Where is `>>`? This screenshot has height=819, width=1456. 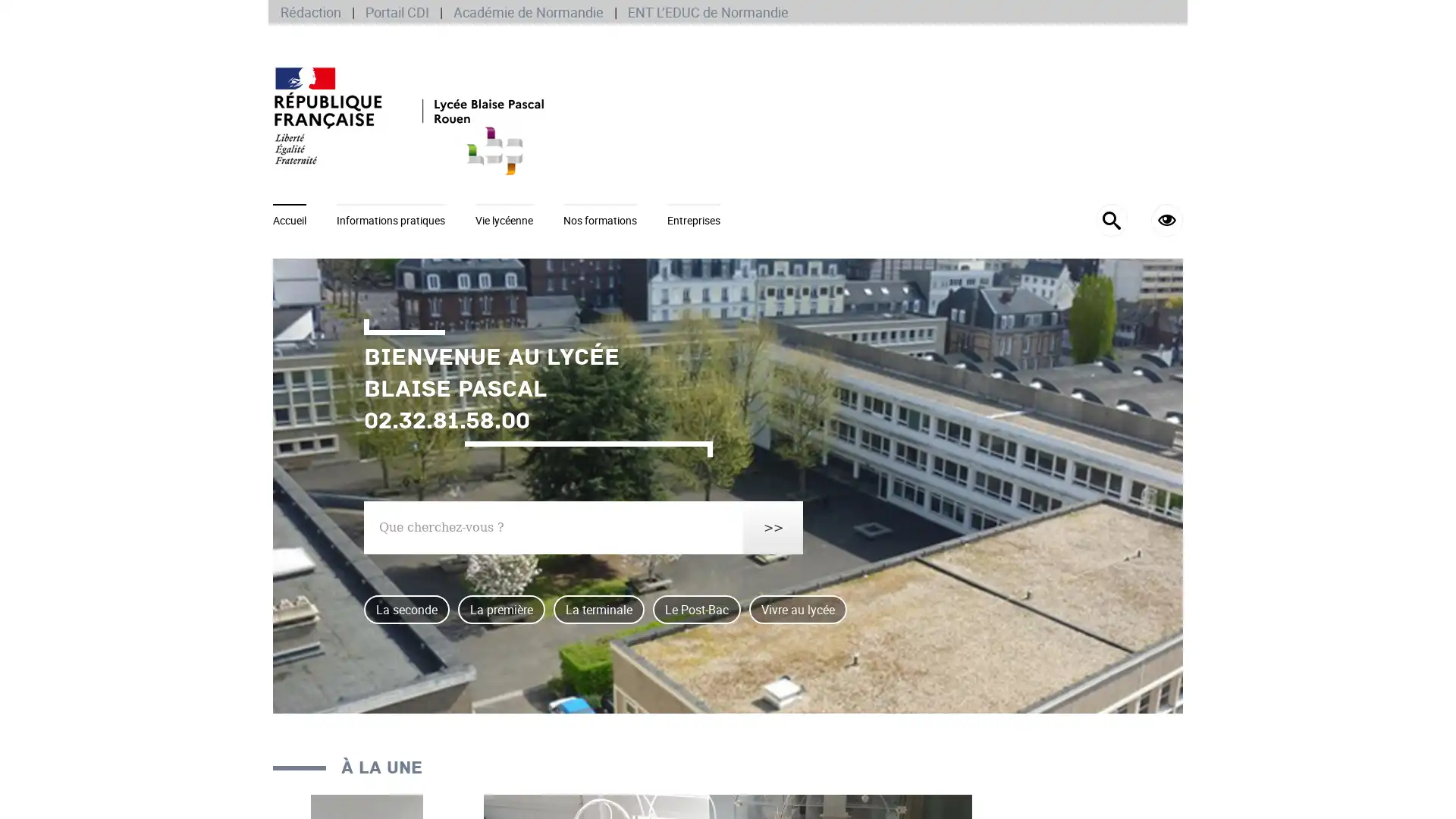
>> is located at coordinates (772, 526).